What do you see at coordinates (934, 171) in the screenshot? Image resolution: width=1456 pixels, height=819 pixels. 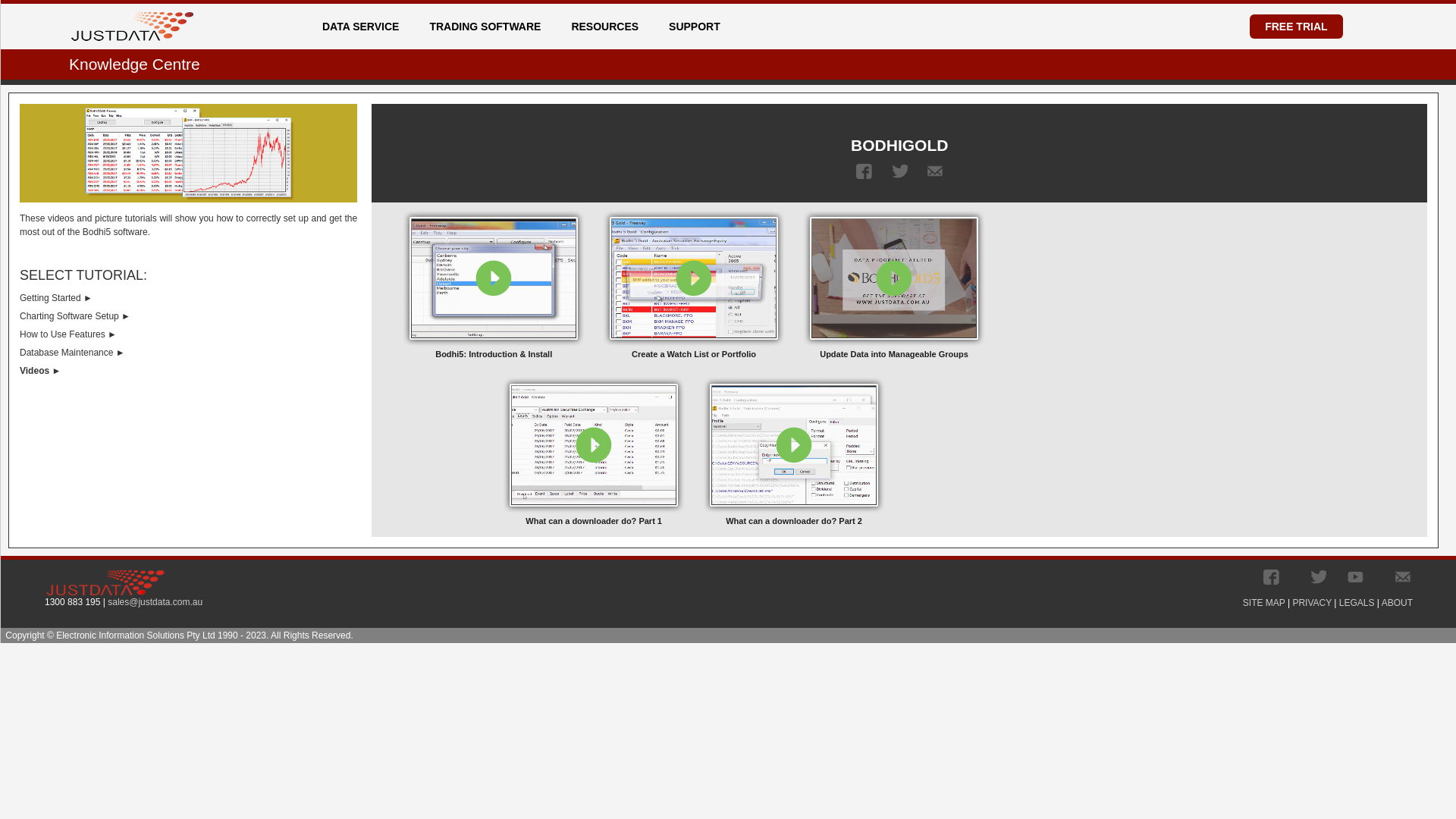 I see `' '` at bounding box center [934, 171].